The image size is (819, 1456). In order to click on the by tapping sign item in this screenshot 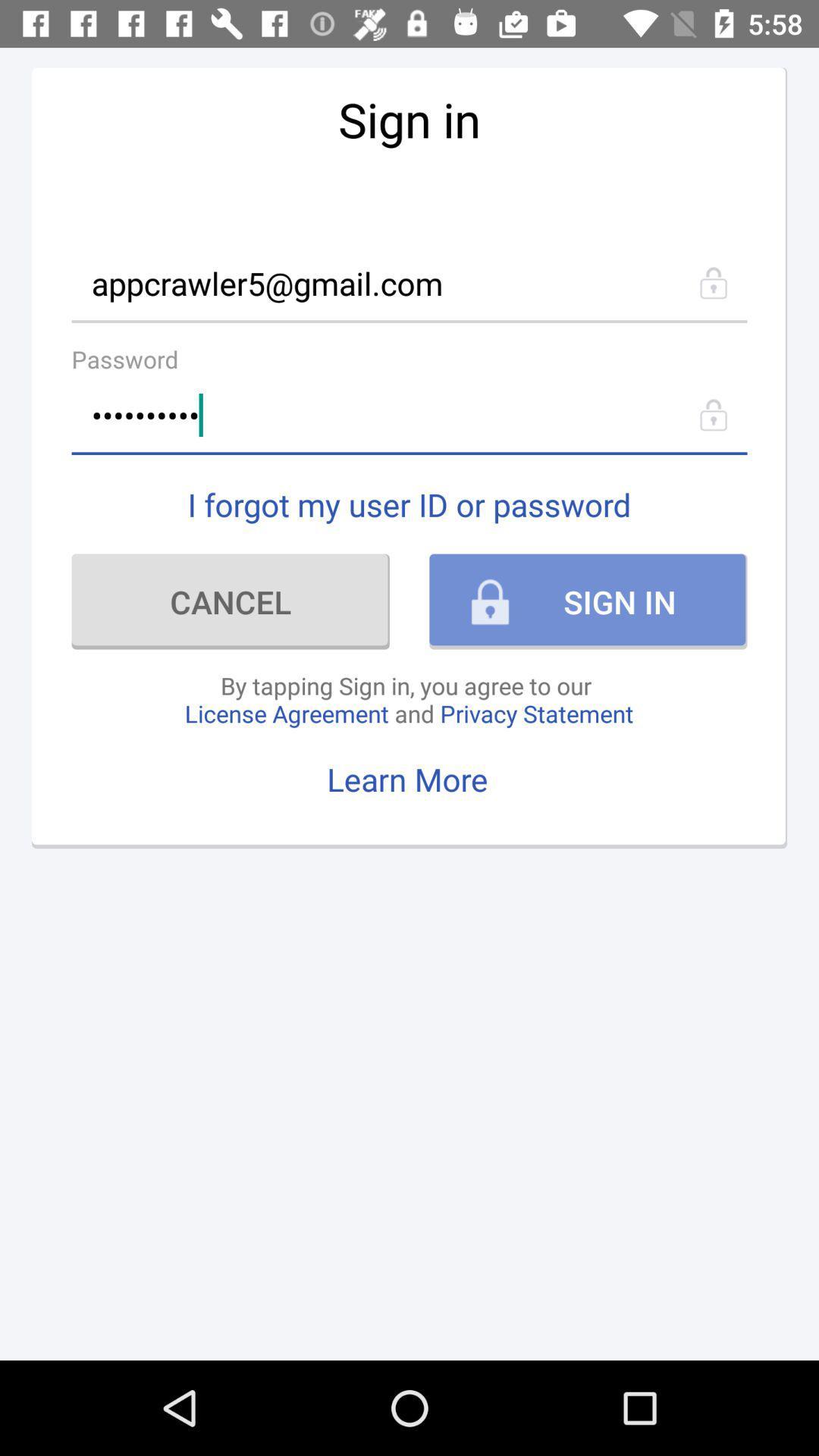, I will do `click(408, 698)`.